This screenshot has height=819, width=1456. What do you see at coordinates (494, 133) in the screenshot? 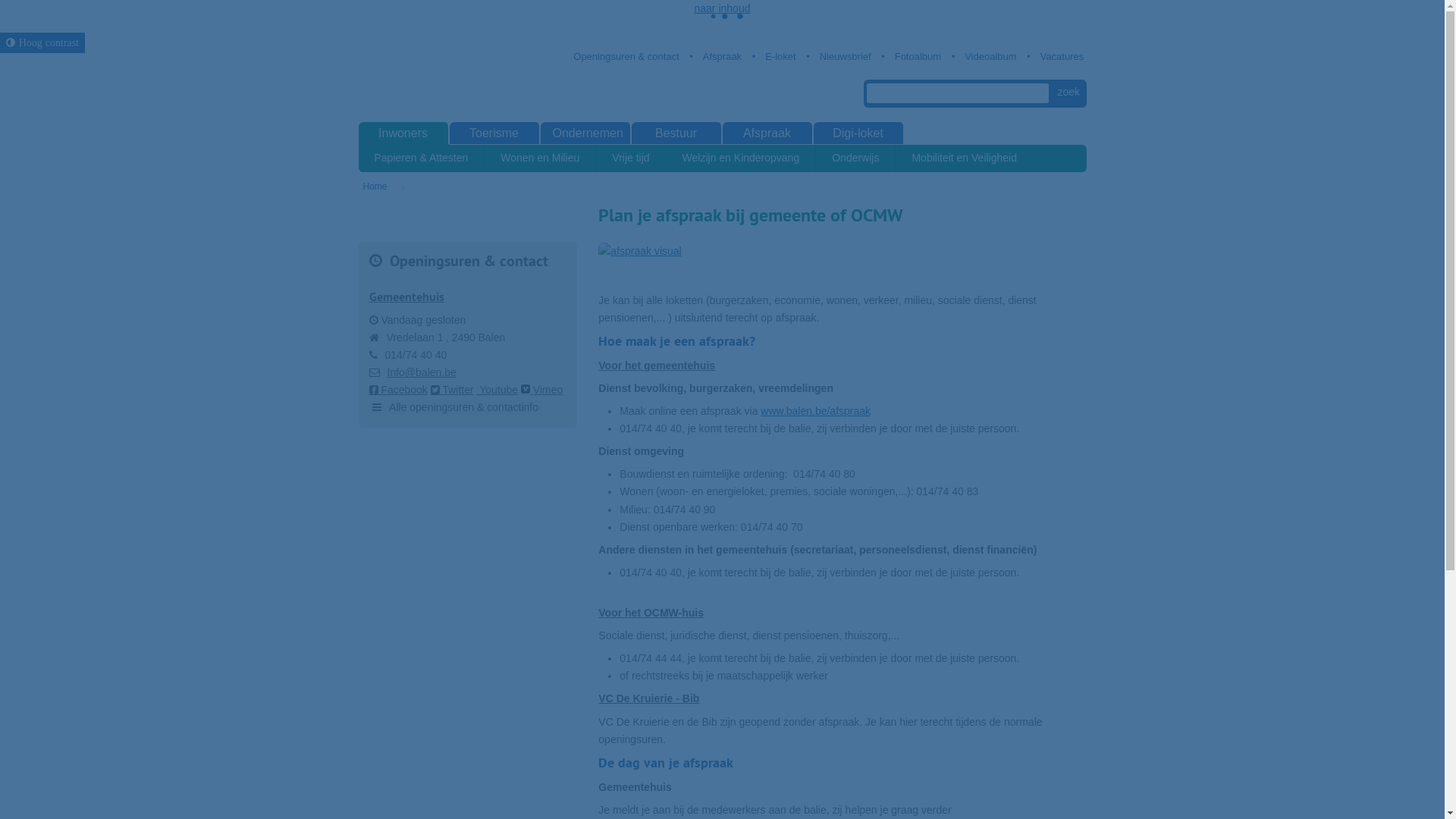
I see `'Toerisme'` at bounding box center [494, 133].